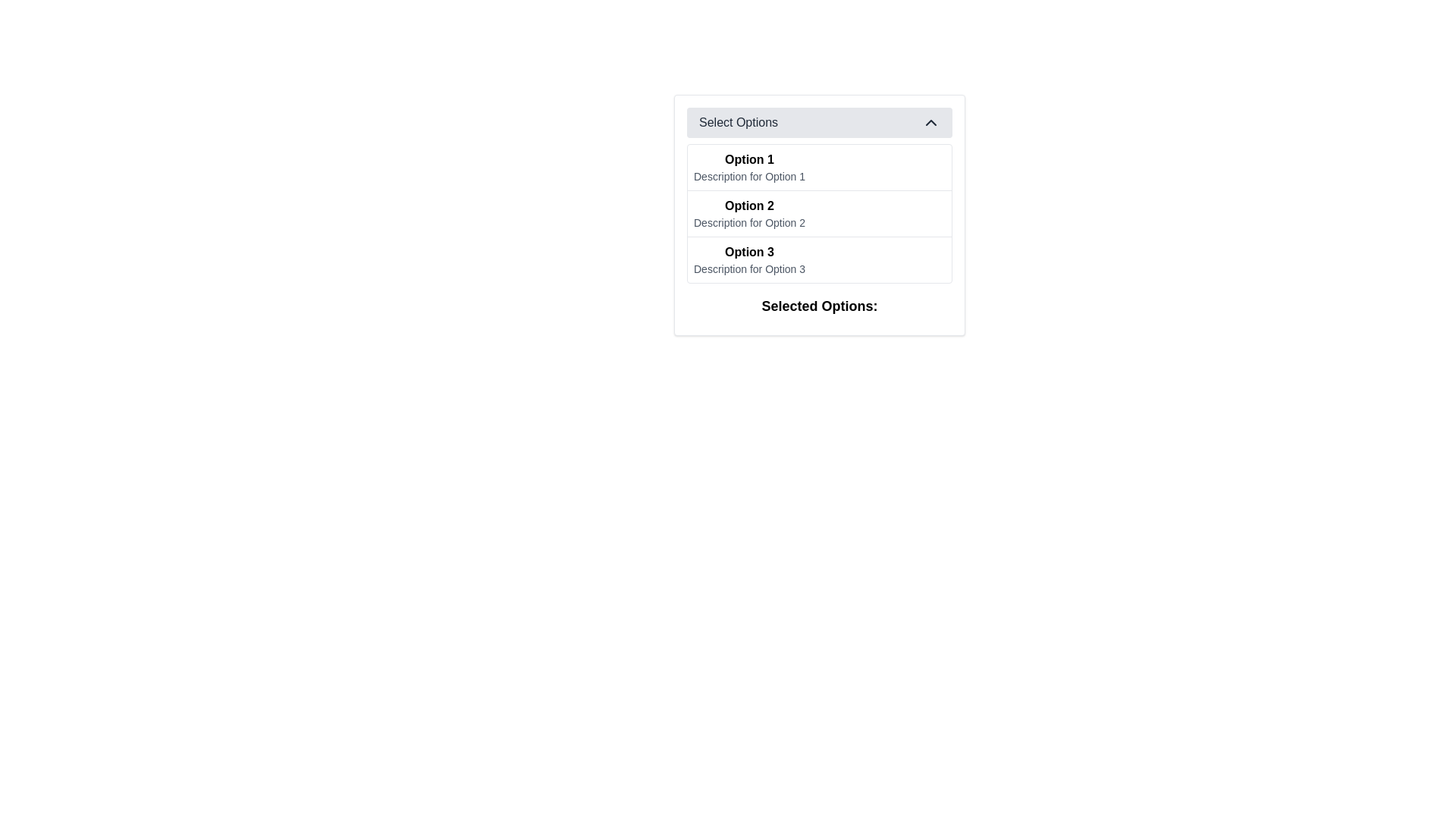  I want to click on textual element styled with a small font and light gray color that displays 'Description for Option 3', located in the dropdown menu under the section labeled 'Option 3', so click(749, 268).